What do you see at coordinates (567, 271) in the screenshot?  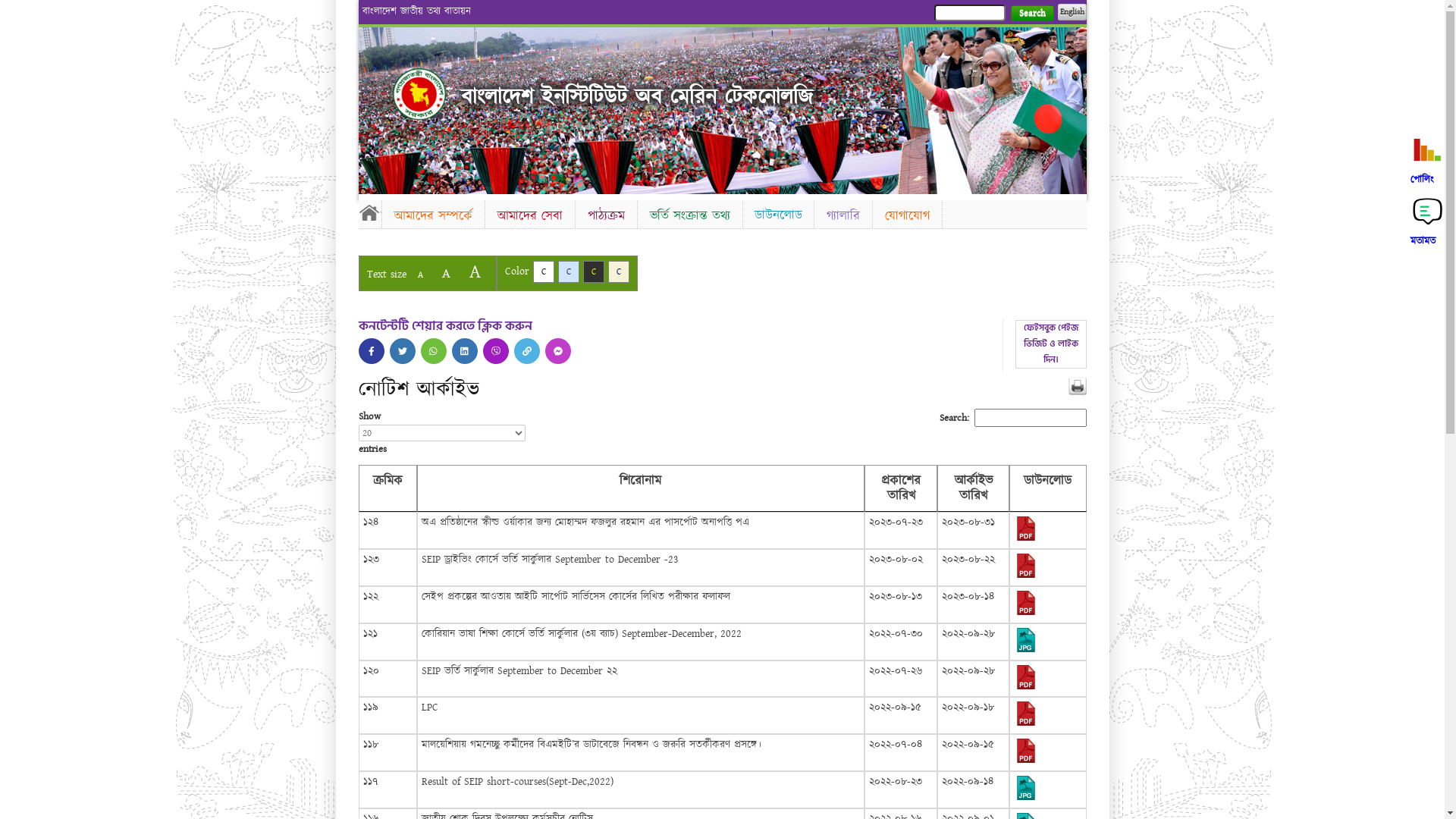 I see `'C'` at bounding box center [567, 271].